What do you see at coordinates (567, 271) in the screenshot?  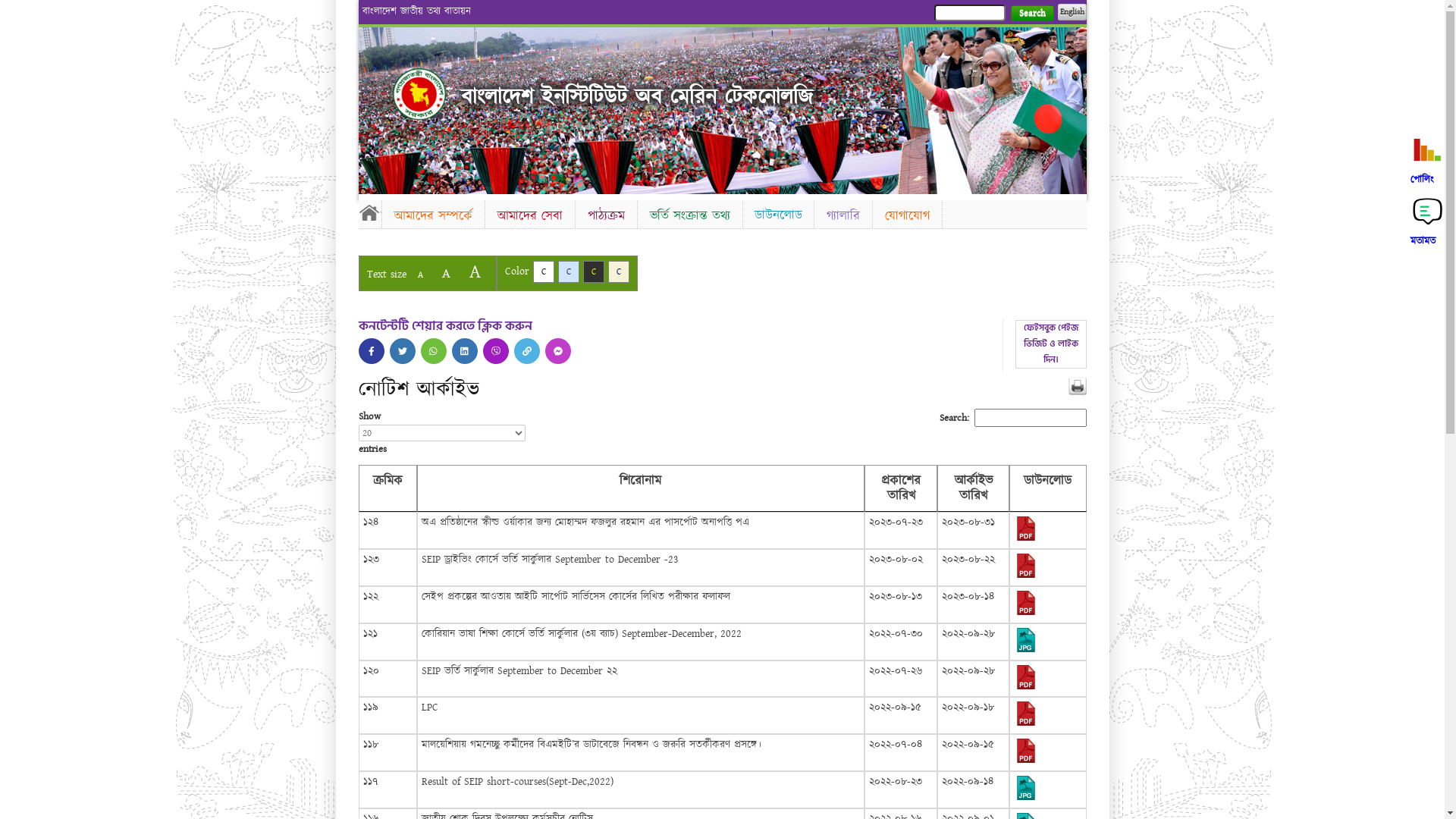 I see `'C'` at bounding box center [567, 271].